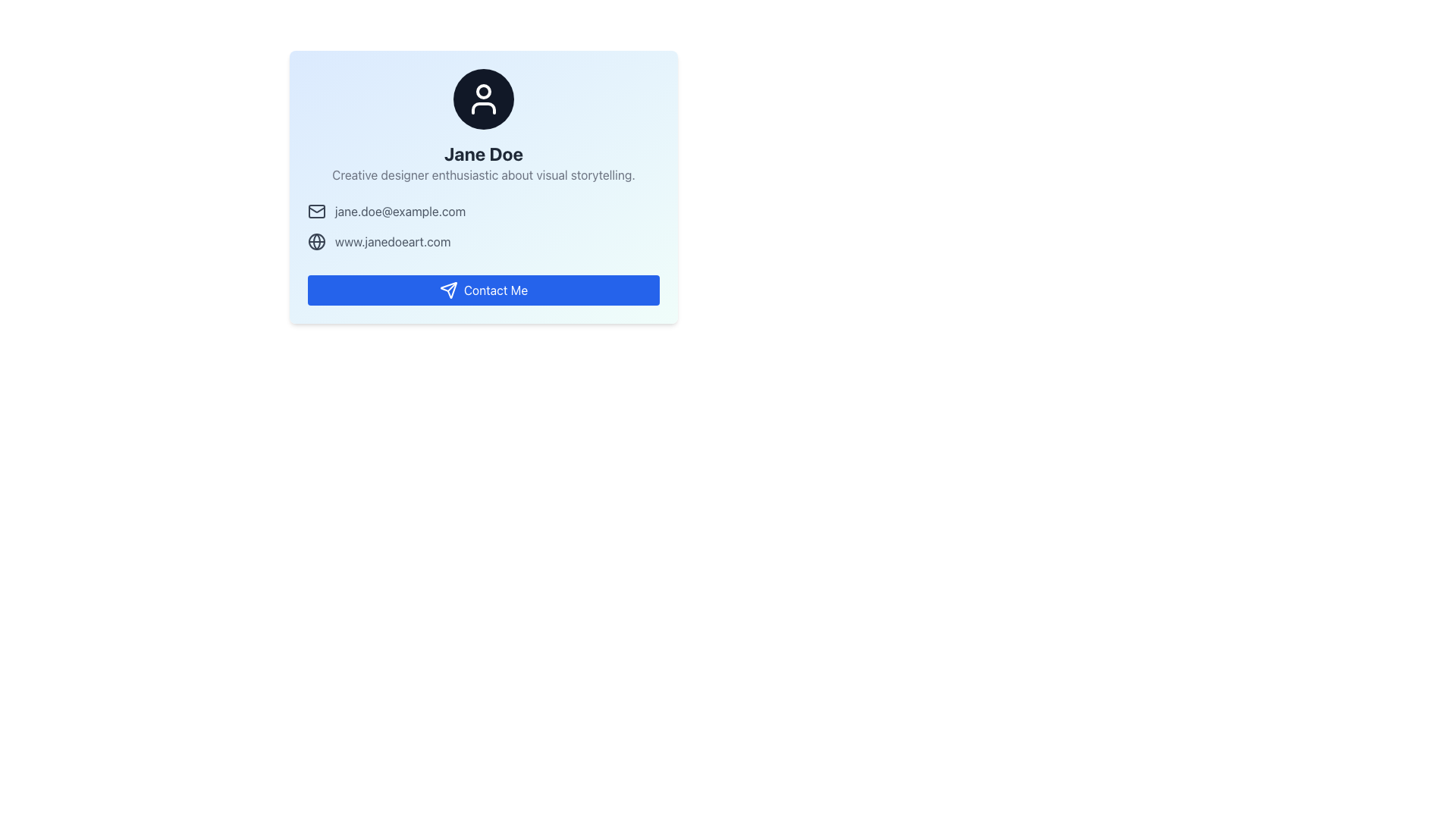 The height and width of the screenshot is (819, 1456). I want to click on the Profile Information Component element that displays the name 'Jane Doe' and the subtitle 'Creative designer enthusiastic about visual storytelling.', so click(483, 125).